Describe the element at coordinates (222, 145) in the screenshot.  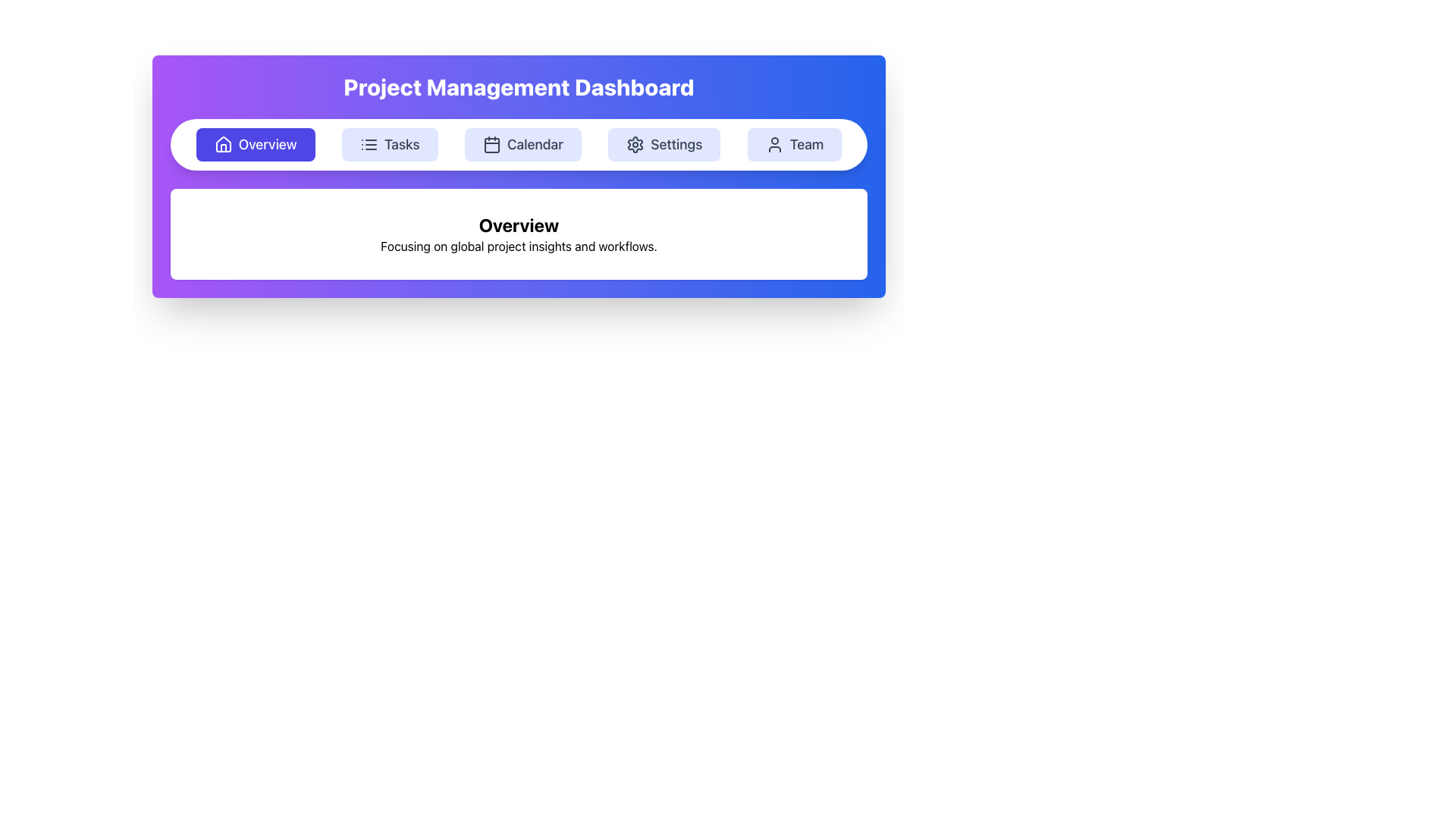
I see `the 'Overview' icon located within the first button in the navigation bar at the top left corner of the interface` at that location.